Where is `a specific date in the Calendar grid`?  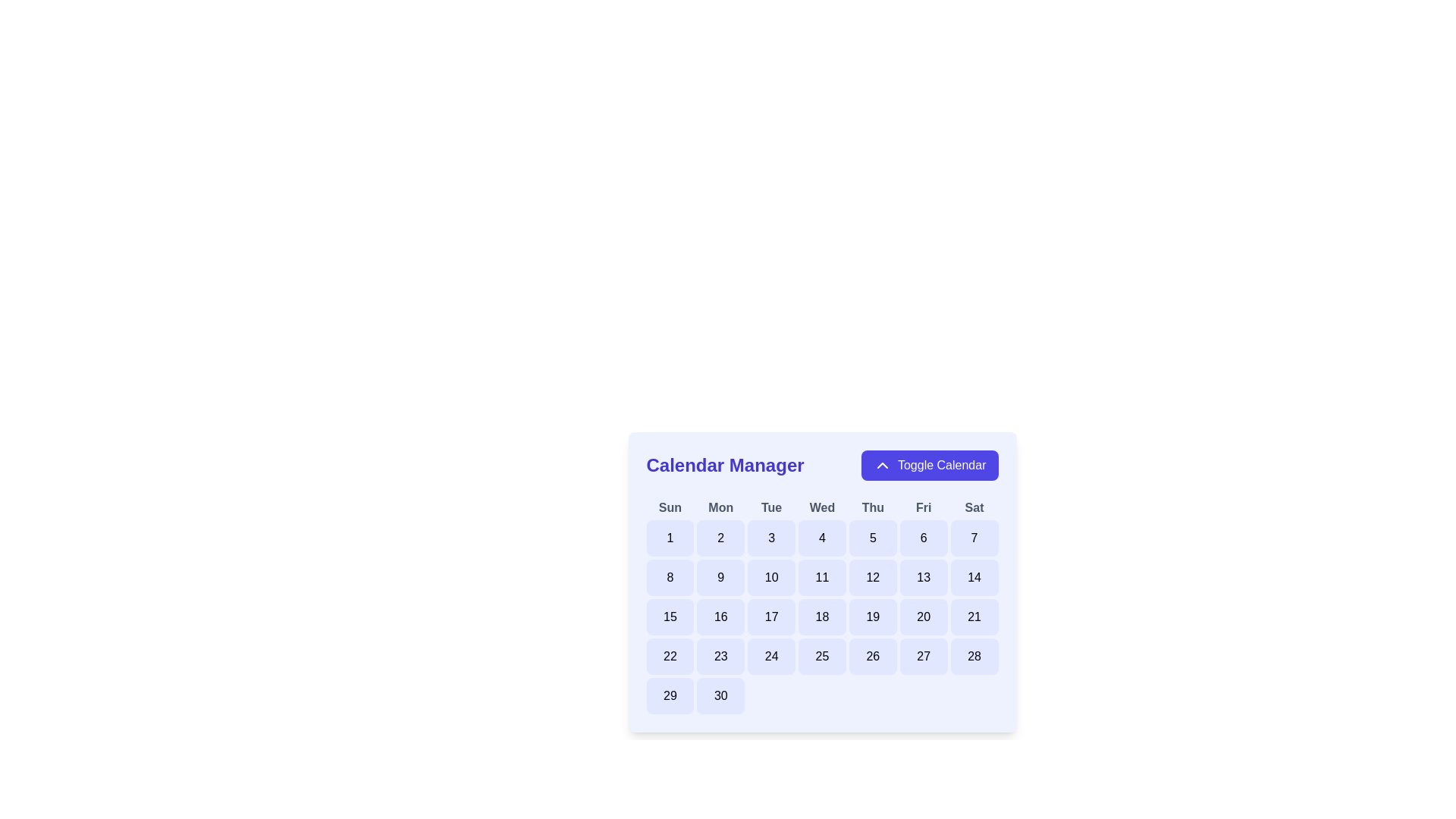 a specific date in the Calendar grid is located at coordinates (821, 605).